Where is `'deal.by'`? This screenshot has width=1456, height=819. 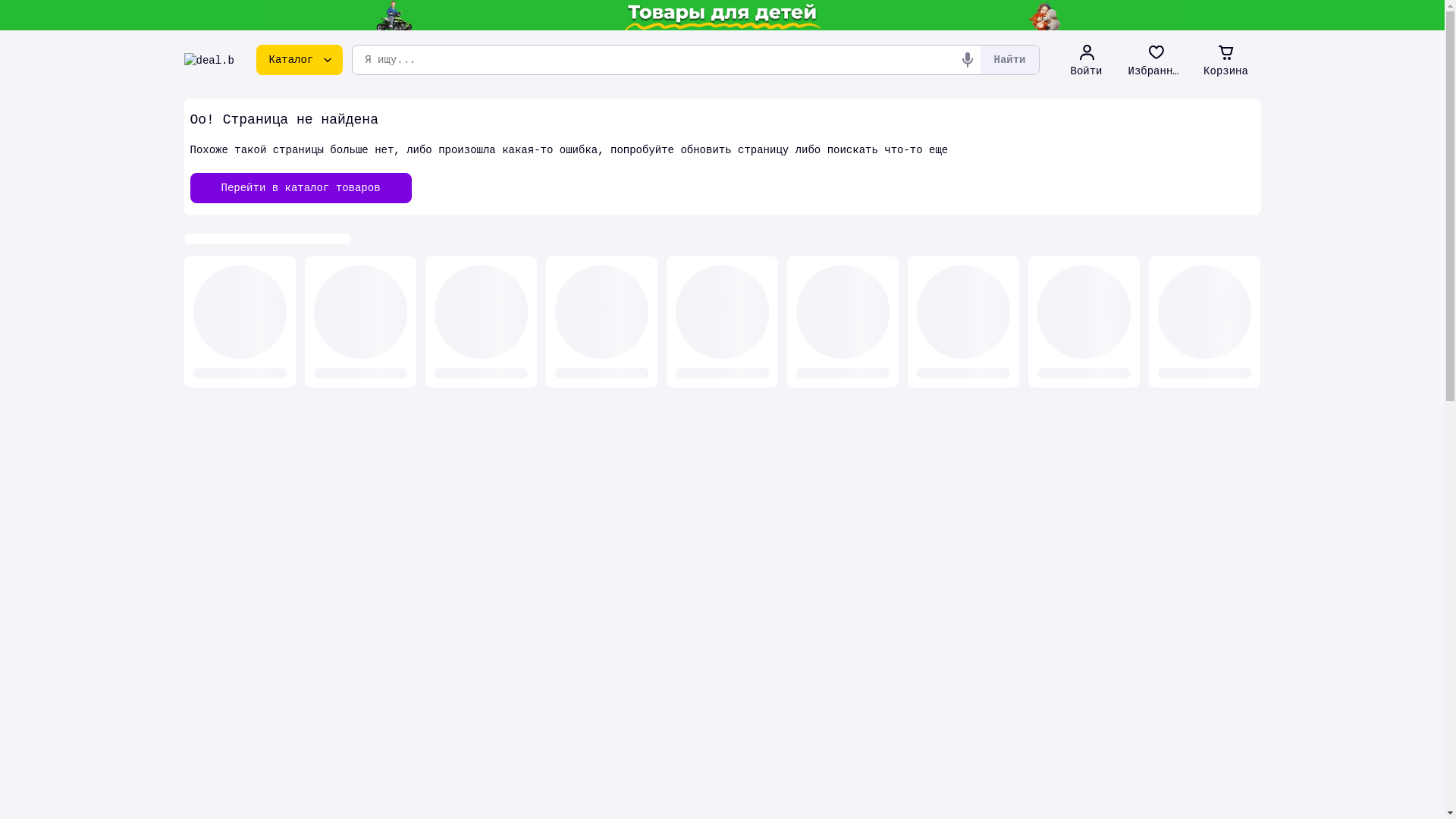 'deal.by' is located at coordinates (208, 58).